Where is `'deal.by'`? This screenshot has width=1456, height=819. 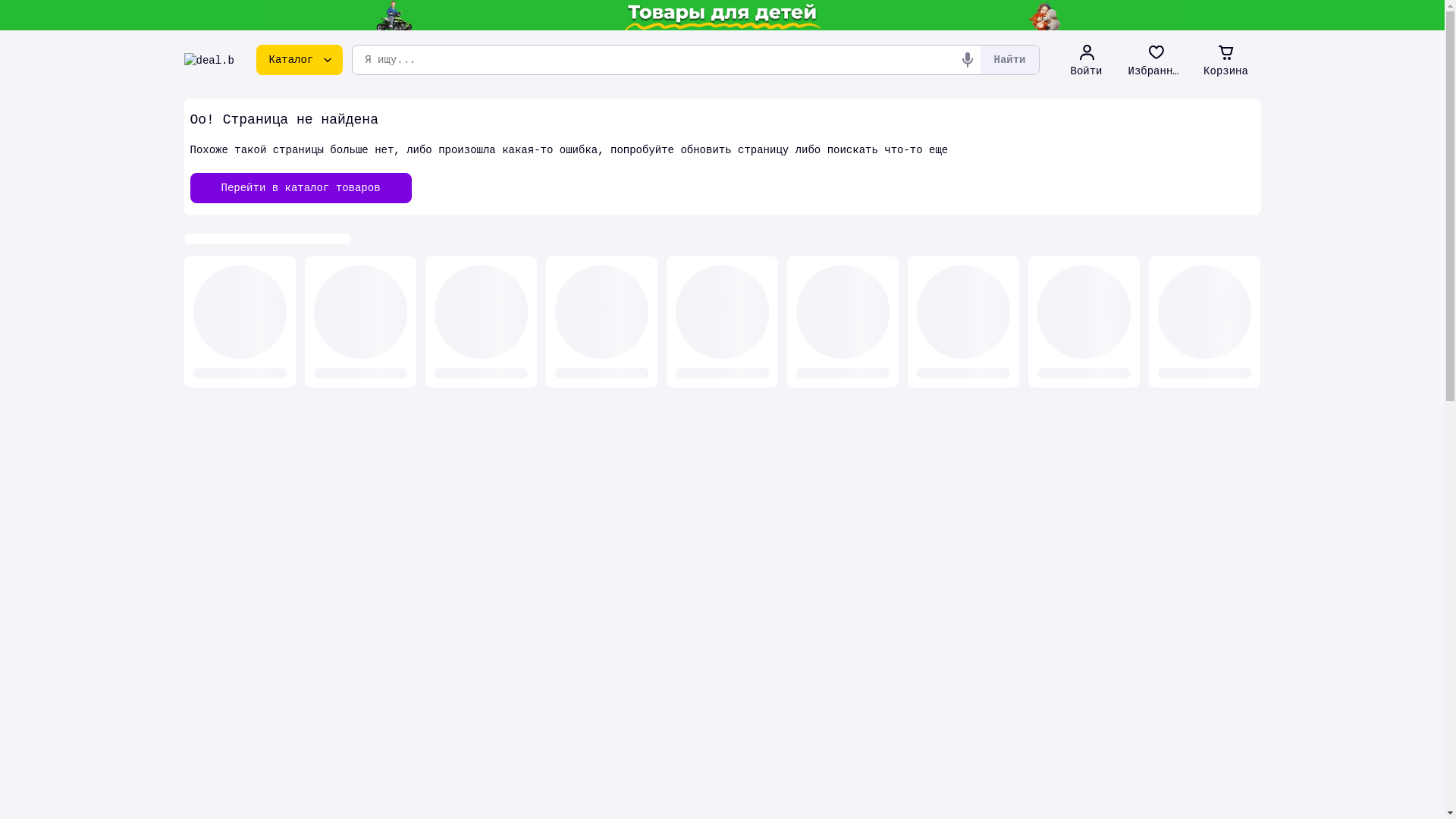 'deal.by' is located at coordinates (208, 58).